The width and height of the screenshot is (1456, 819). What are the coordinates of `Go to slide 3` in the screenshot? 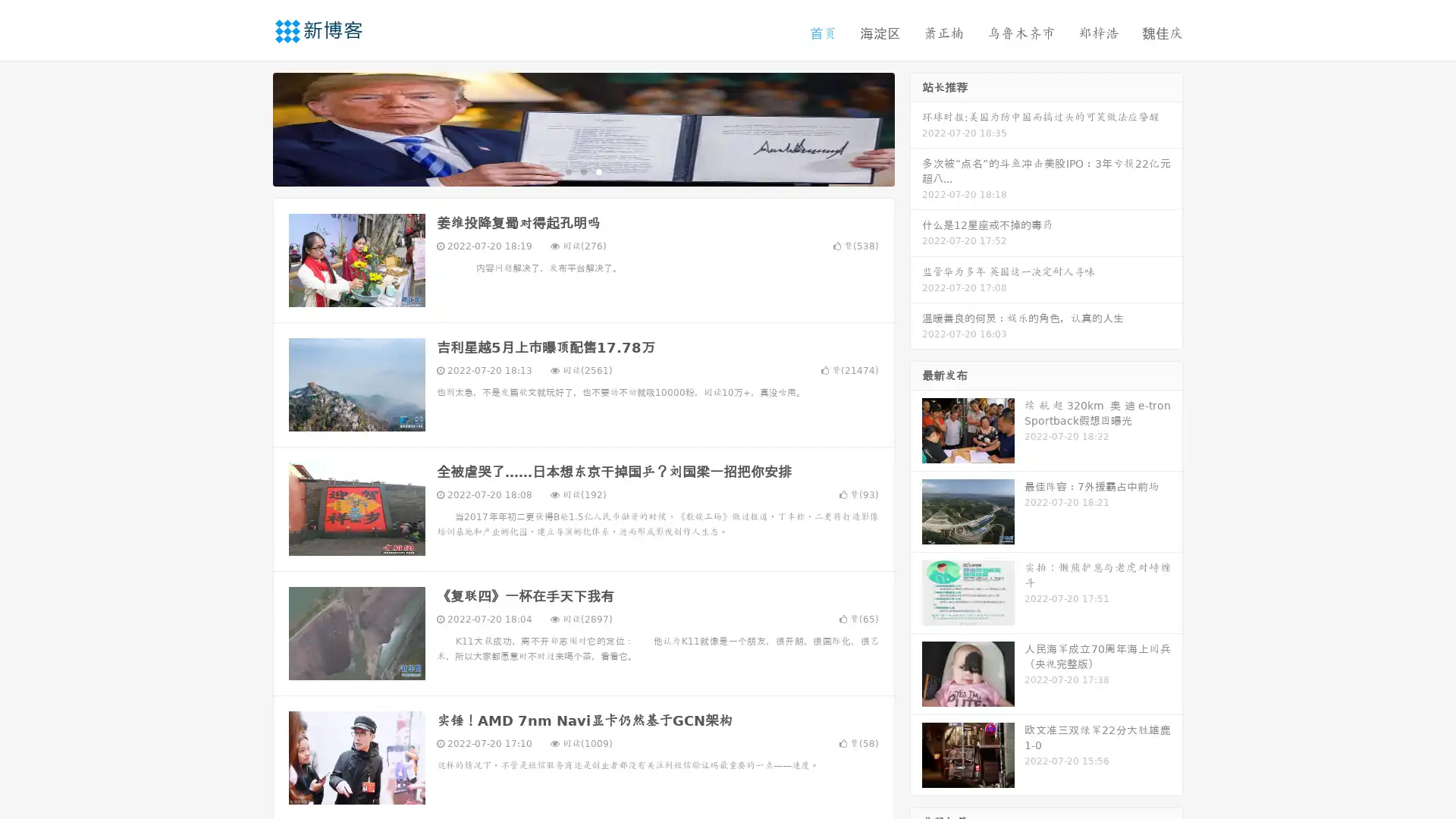 It's located at (598, 171).